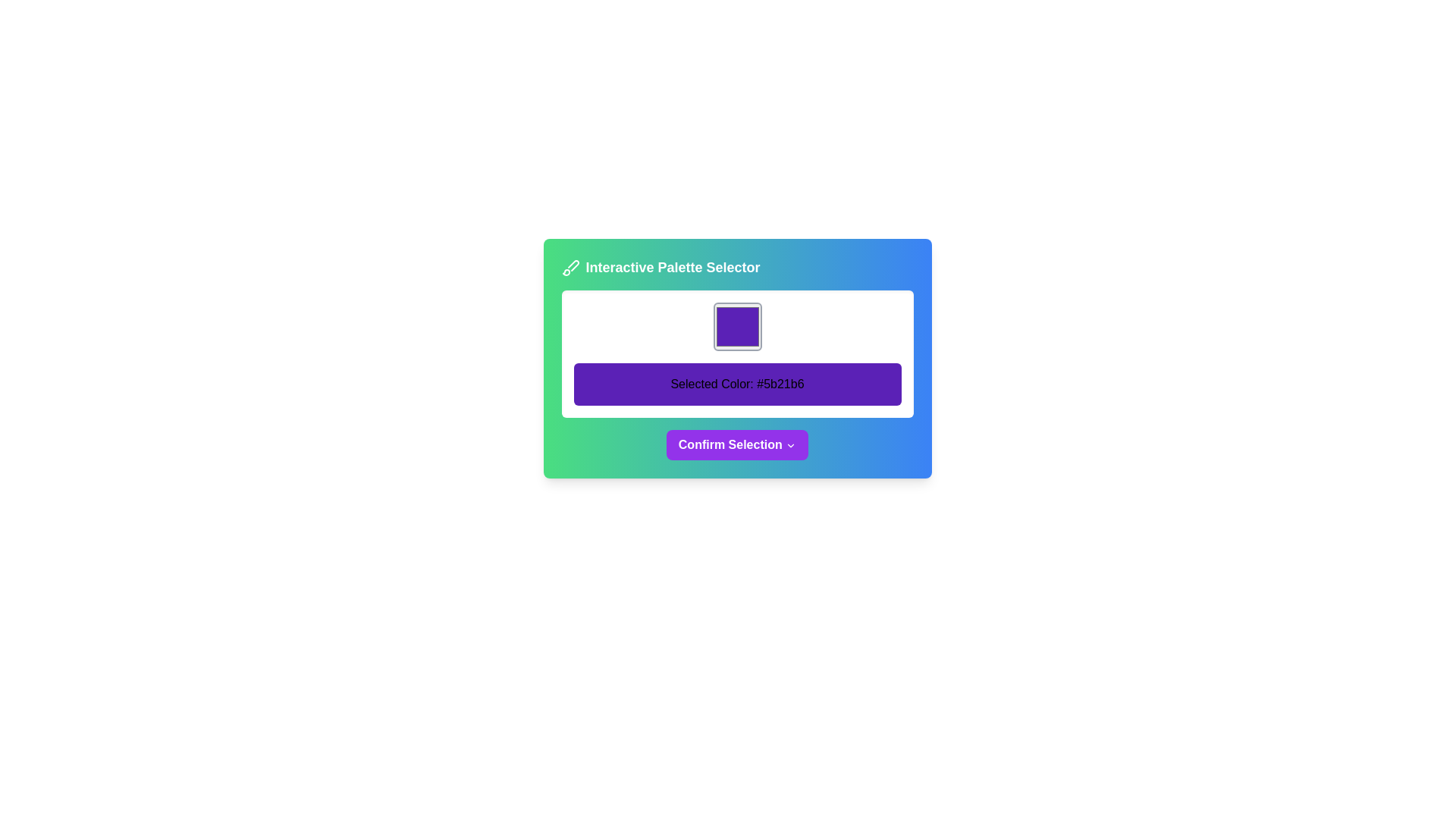 This screenshot has width=1456, height=819. I want to click on the confirm button at the bottom of the panel to trigger the scaling animation, so click(737, 444).